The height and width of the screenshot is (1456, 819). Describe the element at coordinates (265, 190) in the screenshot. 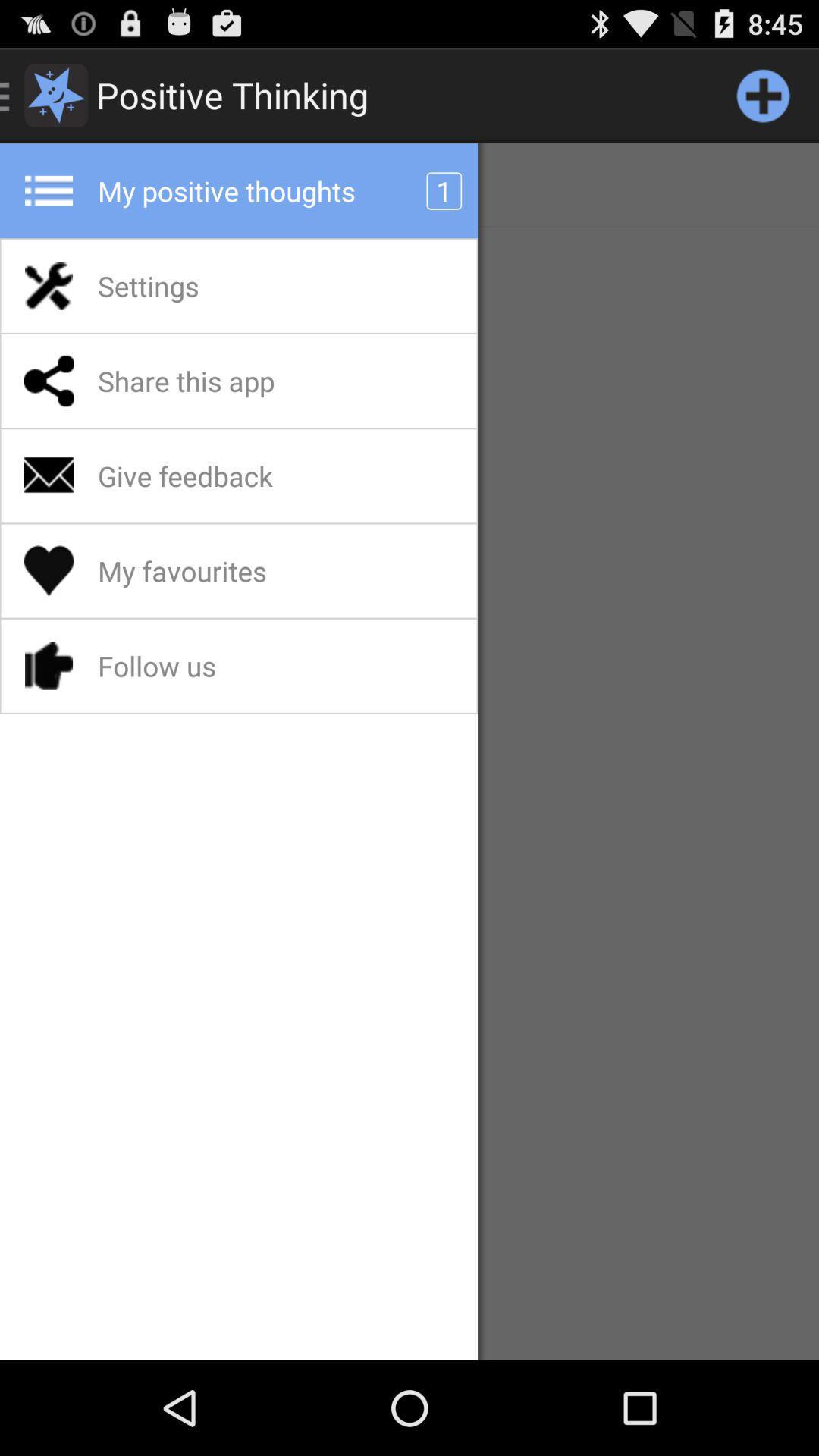

I see `the app below the positive thinking item` at that location.